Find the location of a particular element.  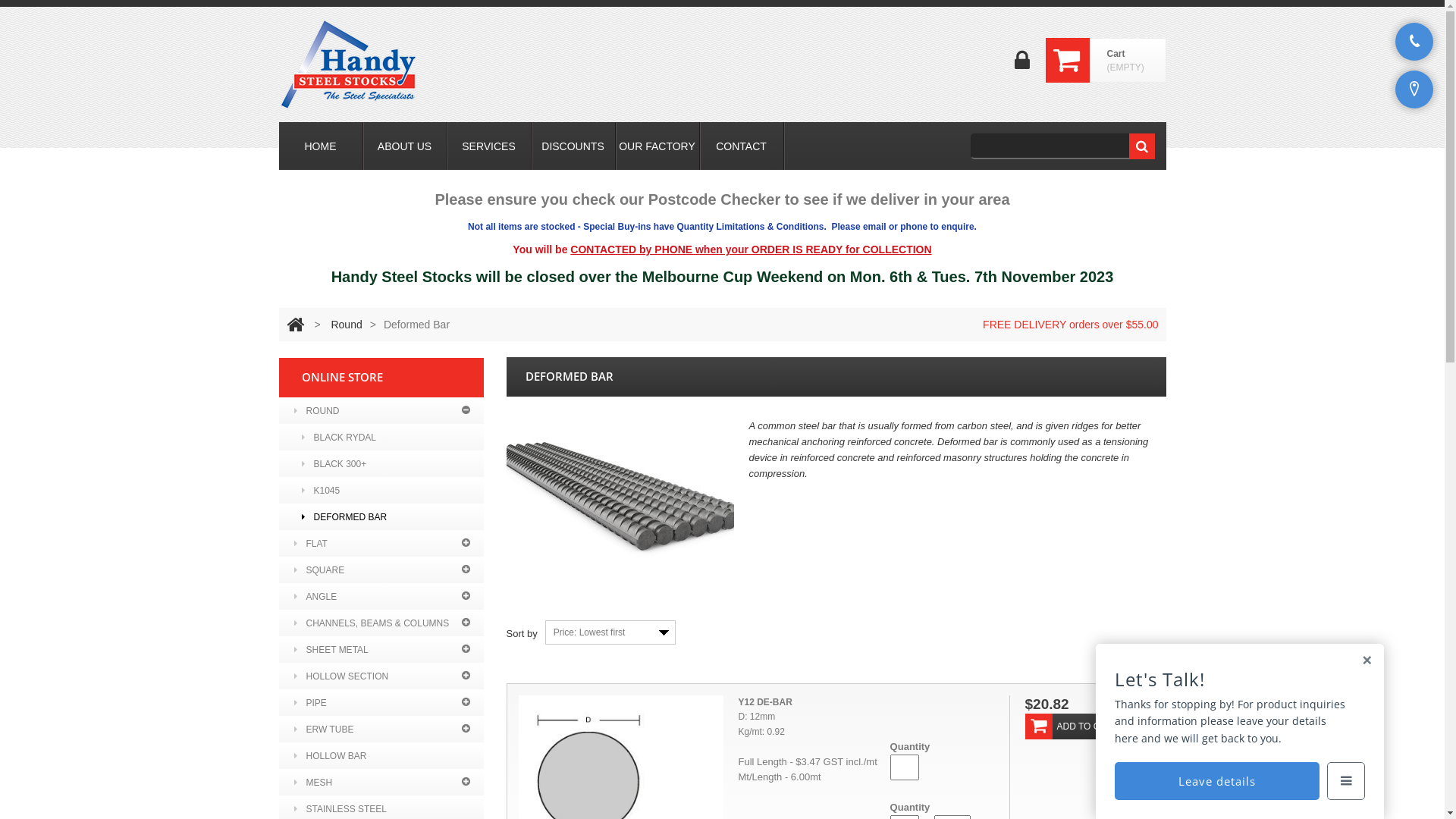

'FLAT' is located at coordinates (381, 542).